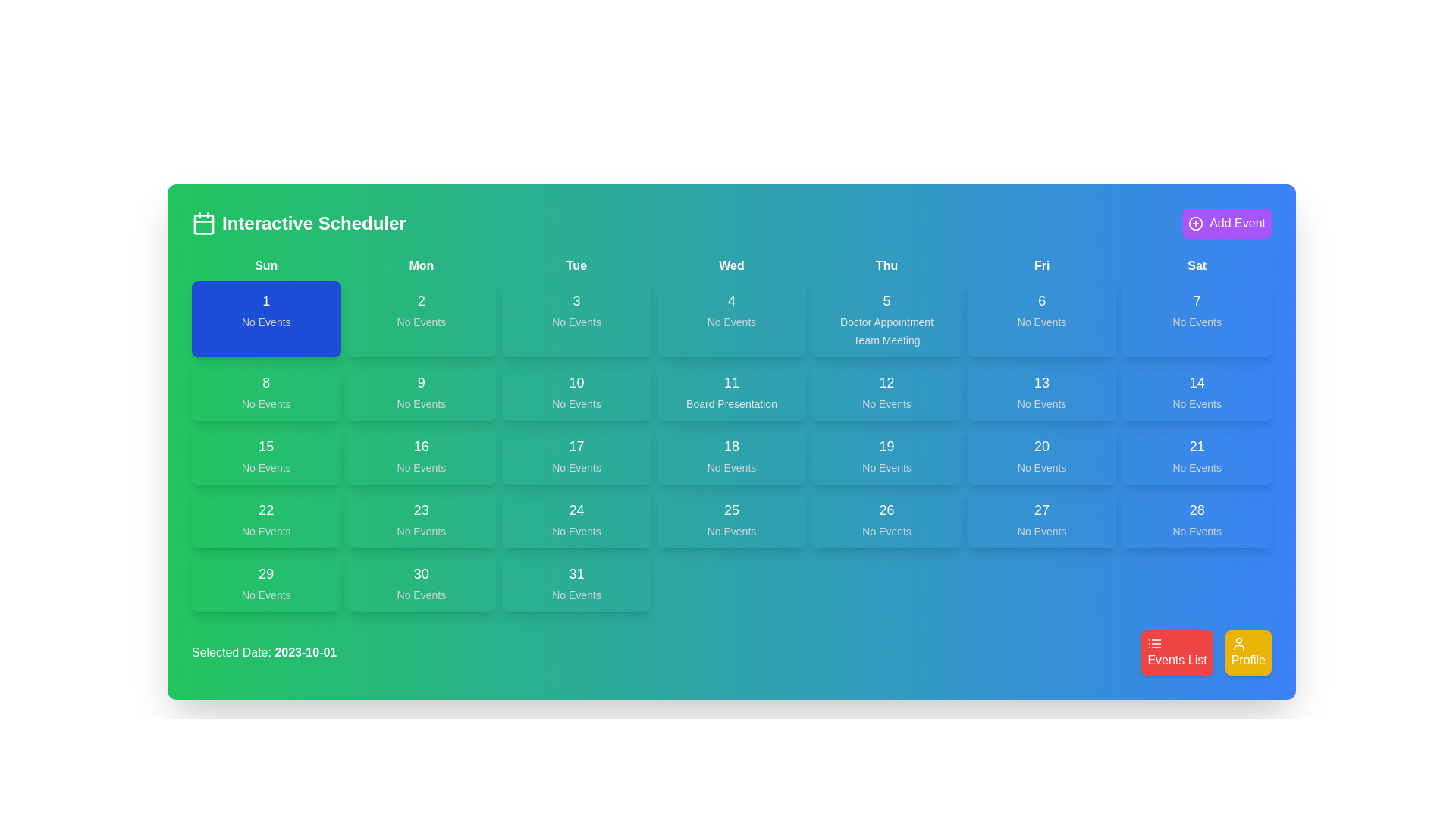  Describe the element at coordinates (886, 321) in the screenshot. I see `displayed text 'Doctor Appointment' from the textual label located in the Thursday section of the calendar grid, positioned above the 'Team Meeting' label` at that location.